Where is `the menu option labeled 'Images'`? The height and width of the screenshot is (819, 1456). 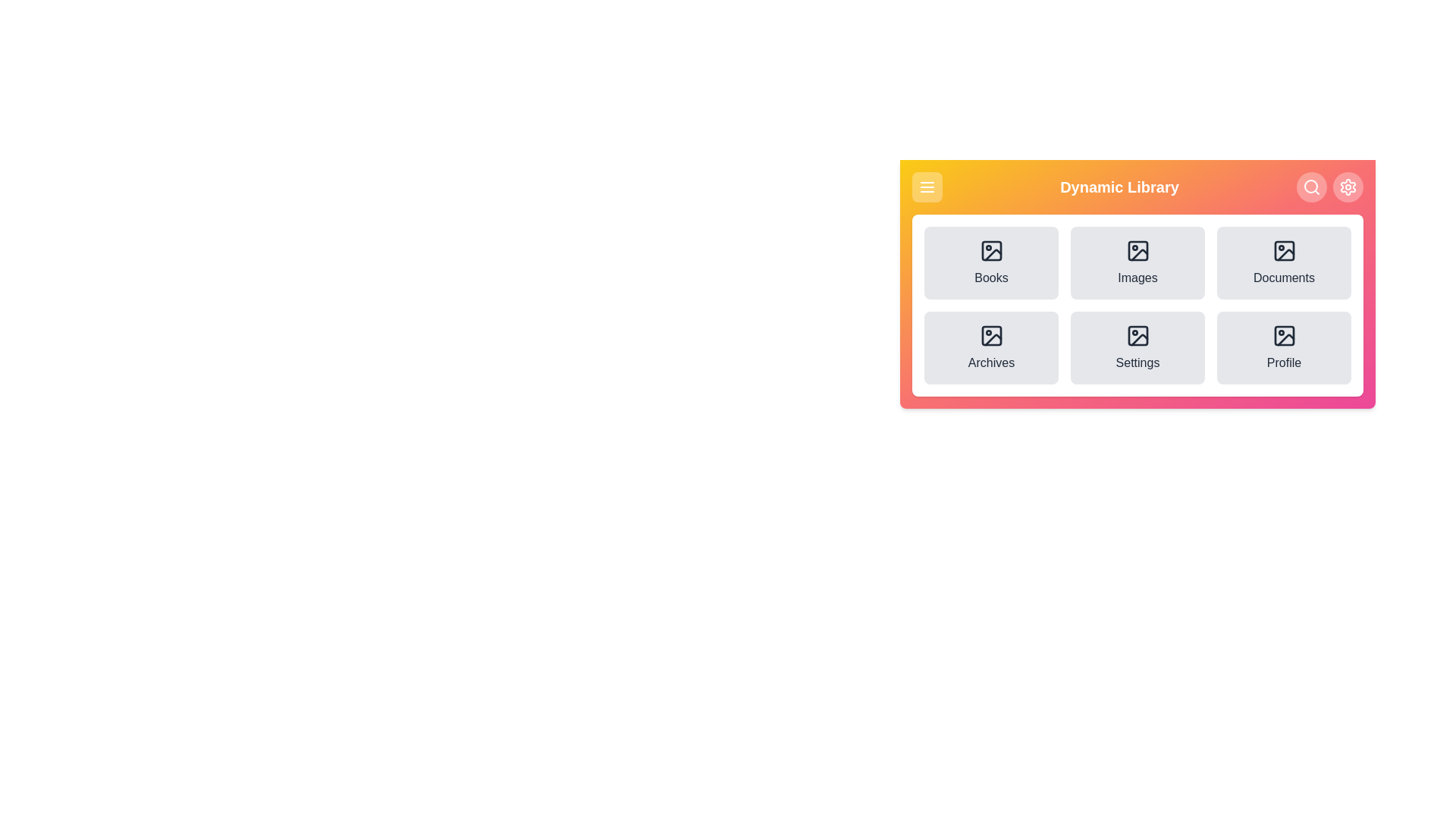 the menu option labeled 'Images' is located at coordinates (1137, 262).